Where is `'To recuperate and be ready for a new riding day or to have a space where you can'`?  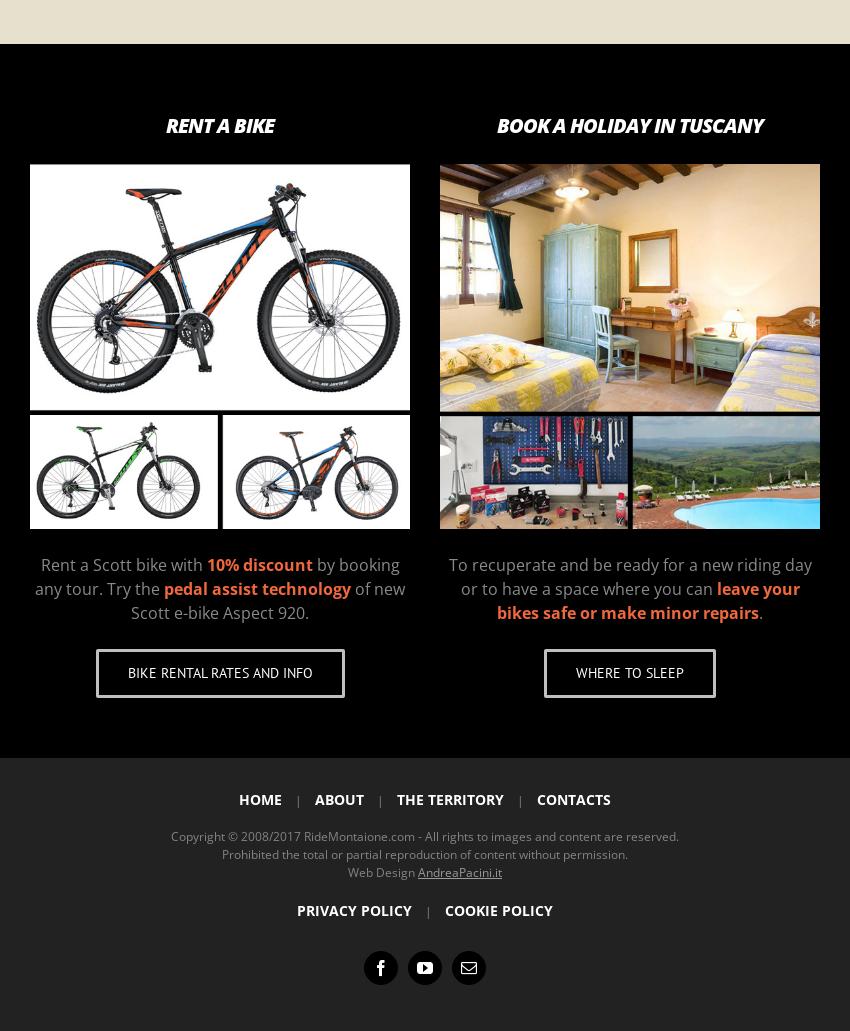
'To recuperate and be ready for a new riding day or to have a space where you can' is located at coordinates (628, 575).